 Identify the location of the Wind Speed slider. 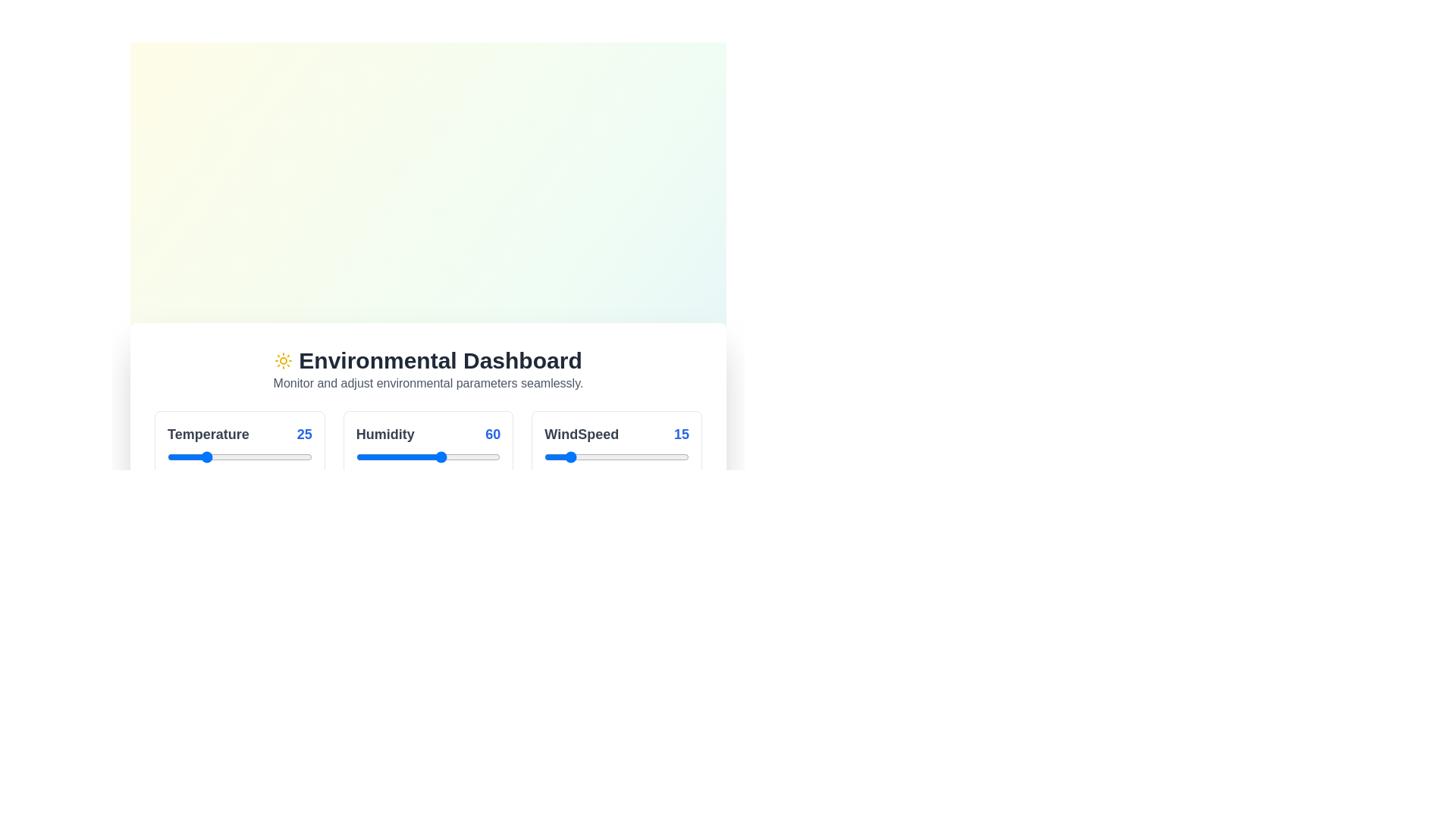
(676, 456).